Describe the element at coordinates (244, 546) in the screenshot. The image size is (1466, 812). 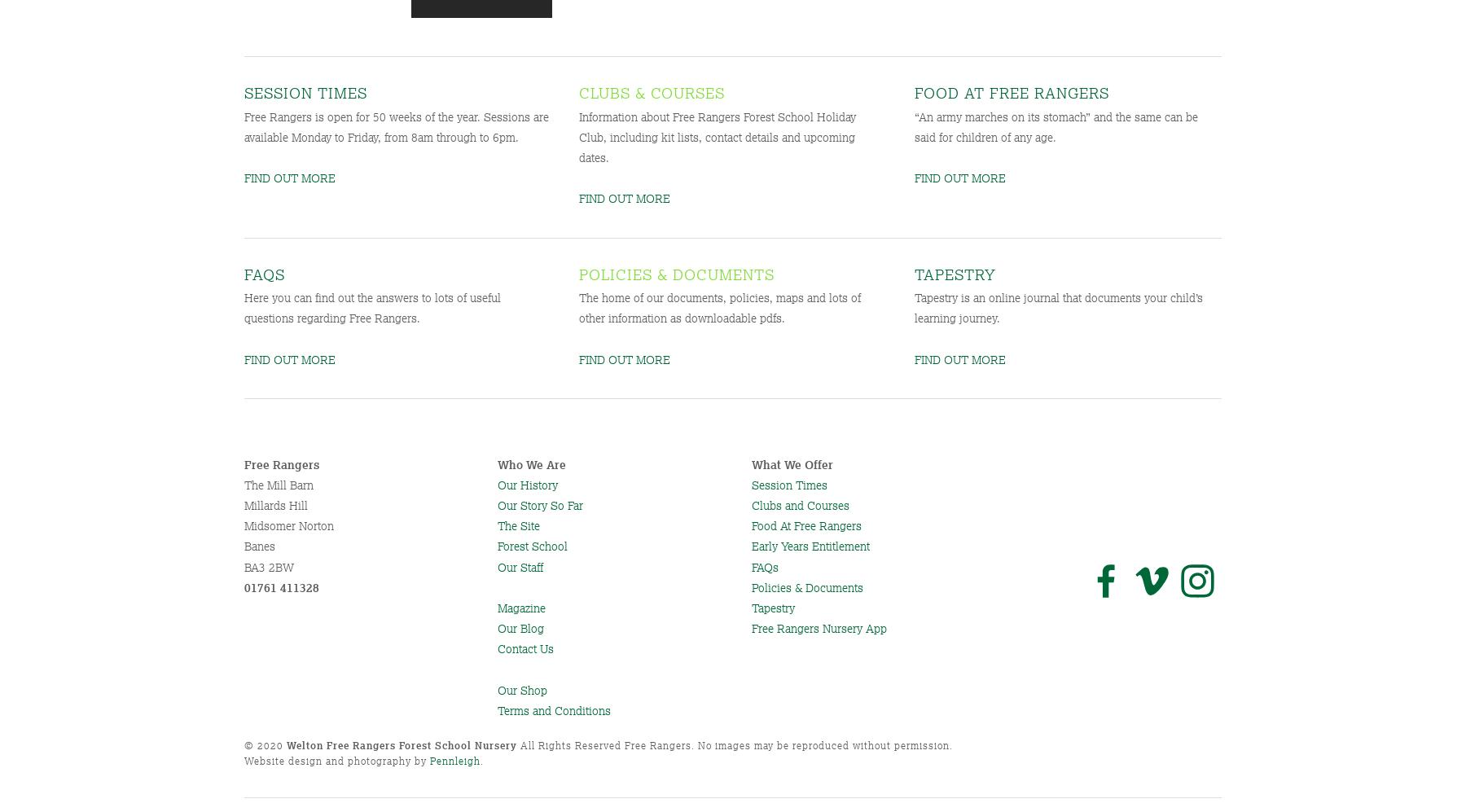
I see `'Banes'` at that location.